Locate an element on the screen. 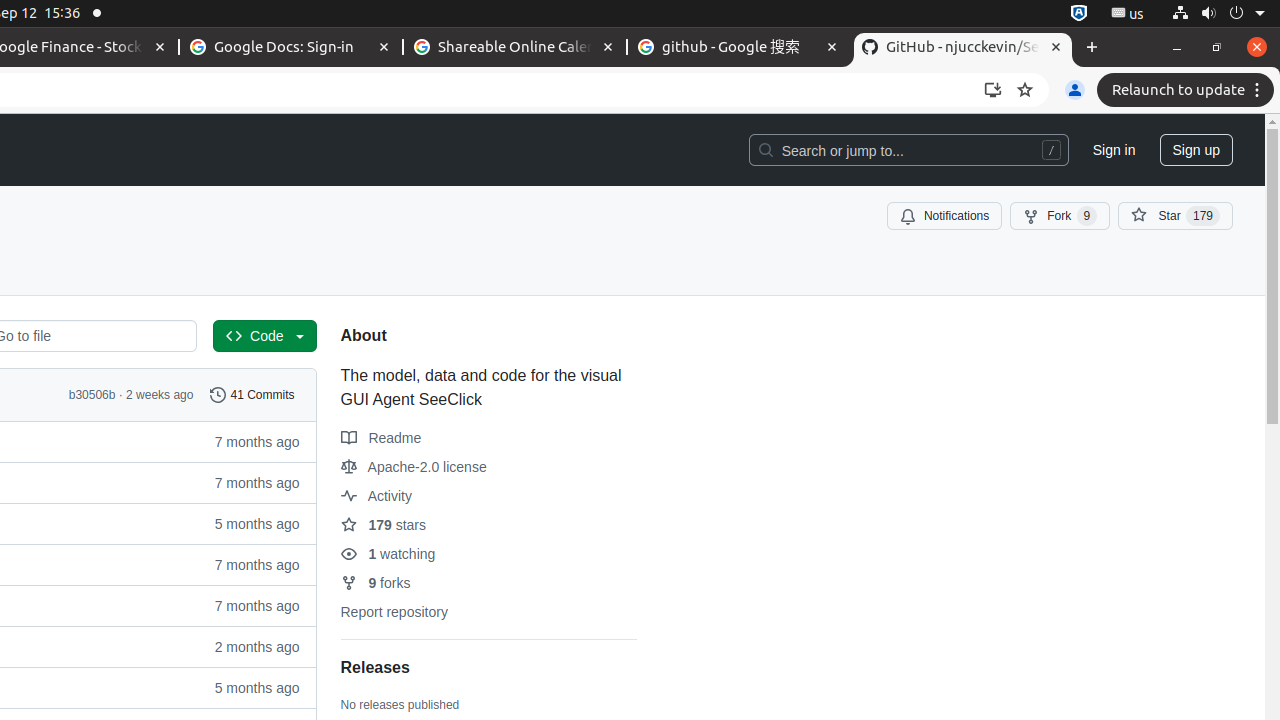 This screenshot has height=720, width=1280. 'Sign up' is located at coordinates (1196, 148).